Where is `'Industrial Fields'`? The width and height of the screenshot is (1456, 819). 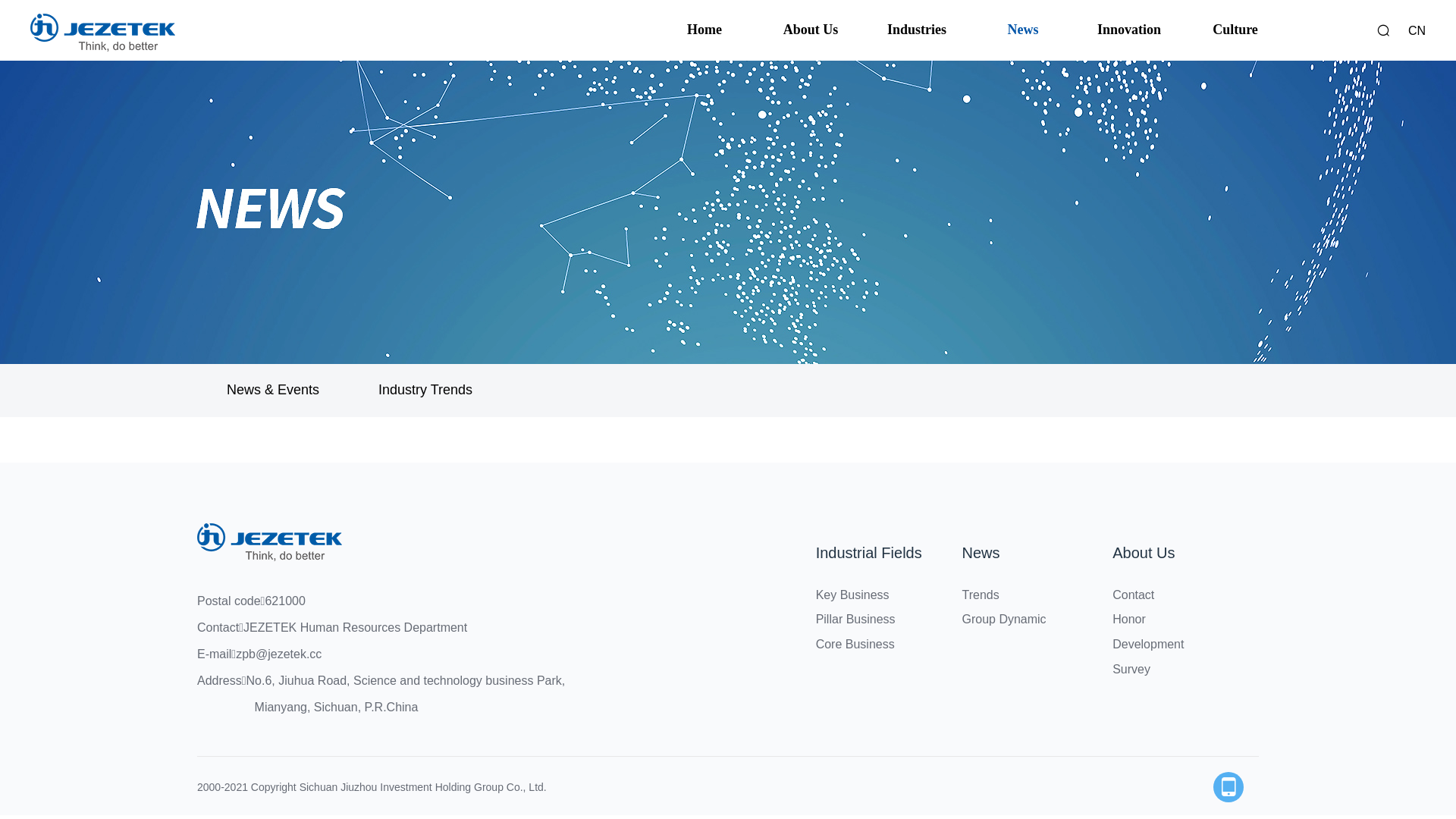 'Industrial Fields' is located at coordinates (869, 553).